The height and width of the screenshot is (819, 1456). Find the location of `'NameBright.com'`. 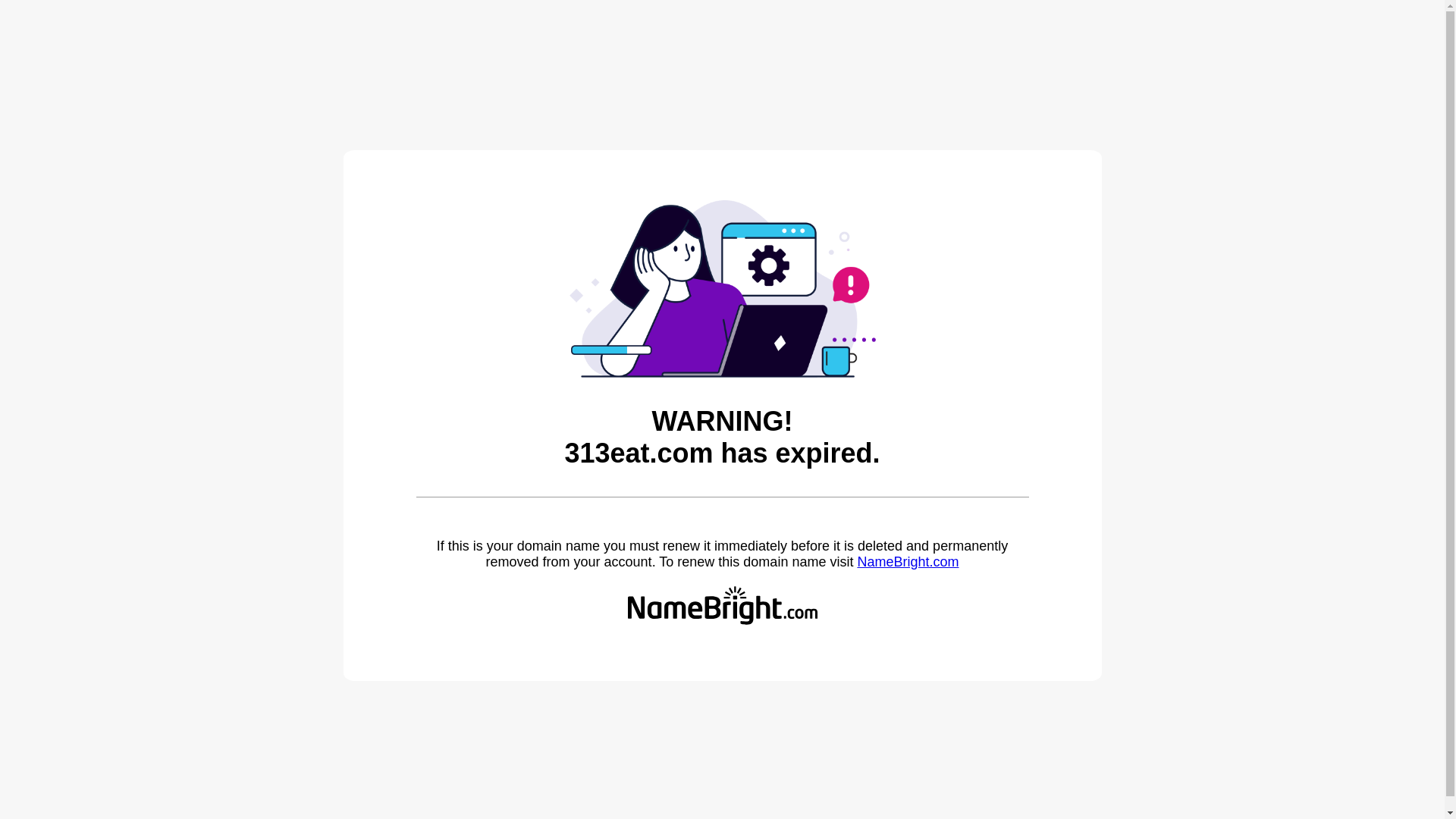

'NameBright.com' is located at coordinates (907, 561).